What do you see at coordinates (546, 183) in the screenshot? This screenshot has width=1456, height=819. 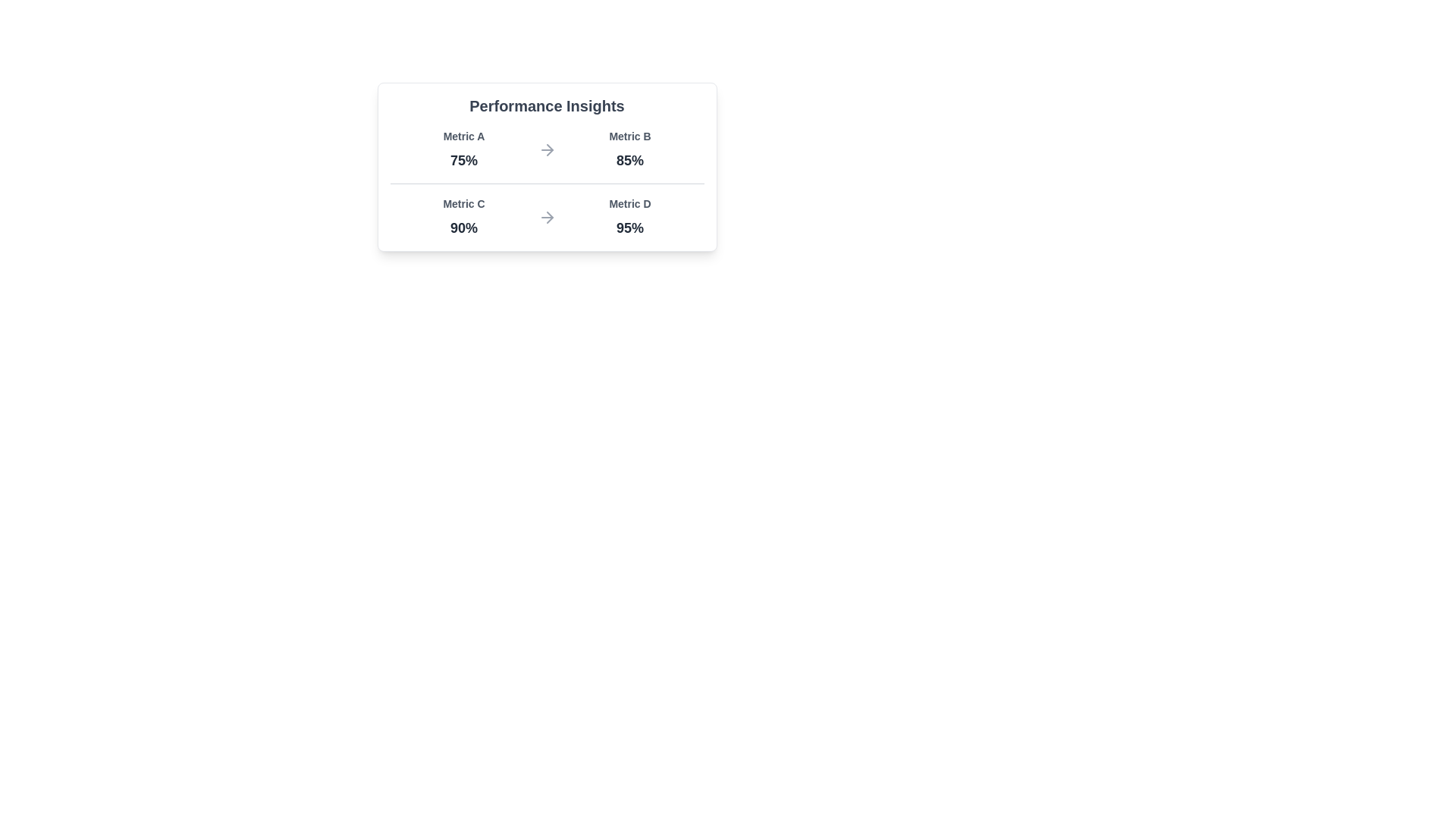 I see `the performance metrics table in the 'Performance Insights' card` at bounding box center [546, 183].